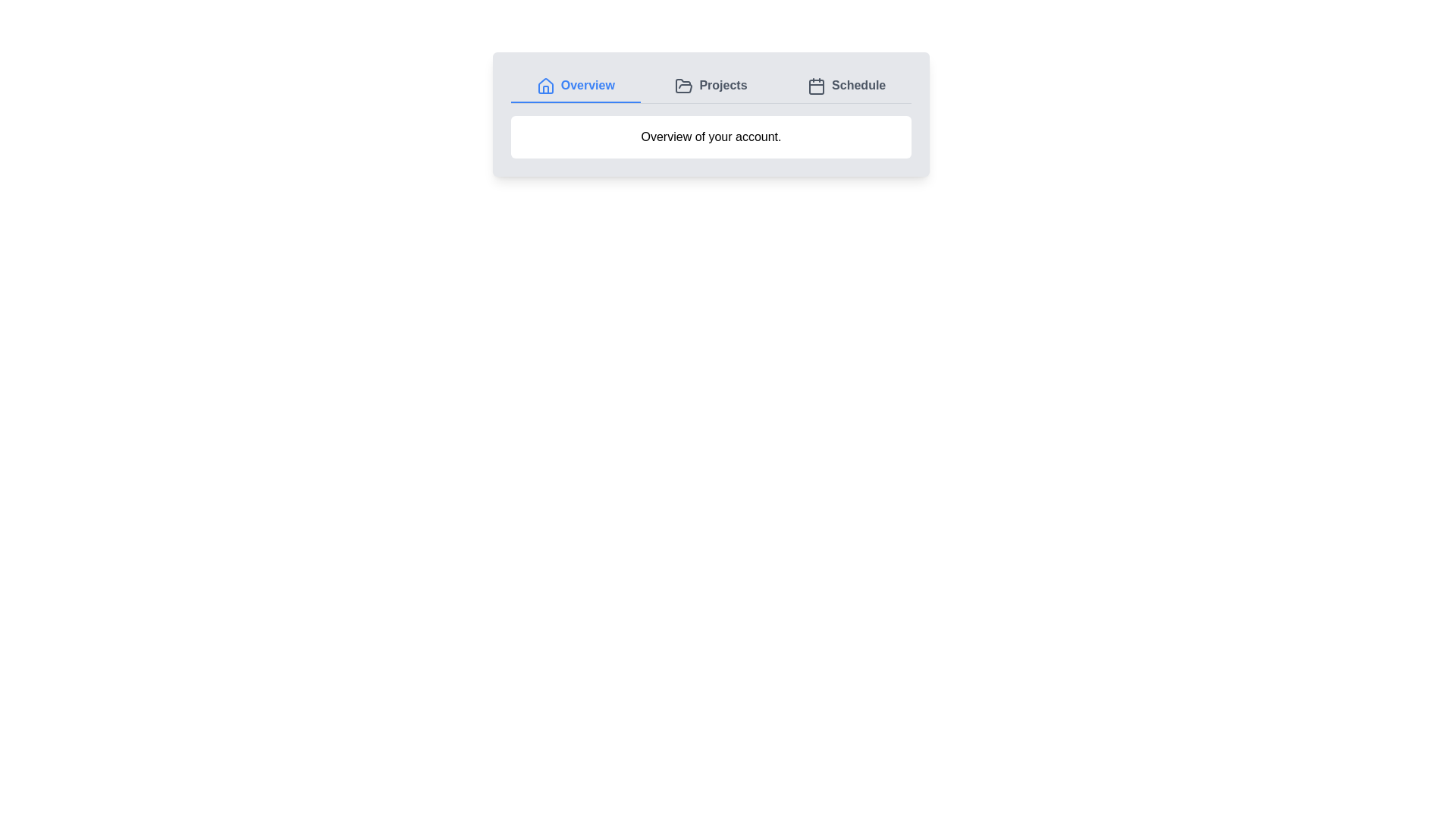 The image size is (1456, 819). What do you see at coordinates (846, 86) in the screenshot?
I see `the Schedule tab` at bounding box center [846, 86].